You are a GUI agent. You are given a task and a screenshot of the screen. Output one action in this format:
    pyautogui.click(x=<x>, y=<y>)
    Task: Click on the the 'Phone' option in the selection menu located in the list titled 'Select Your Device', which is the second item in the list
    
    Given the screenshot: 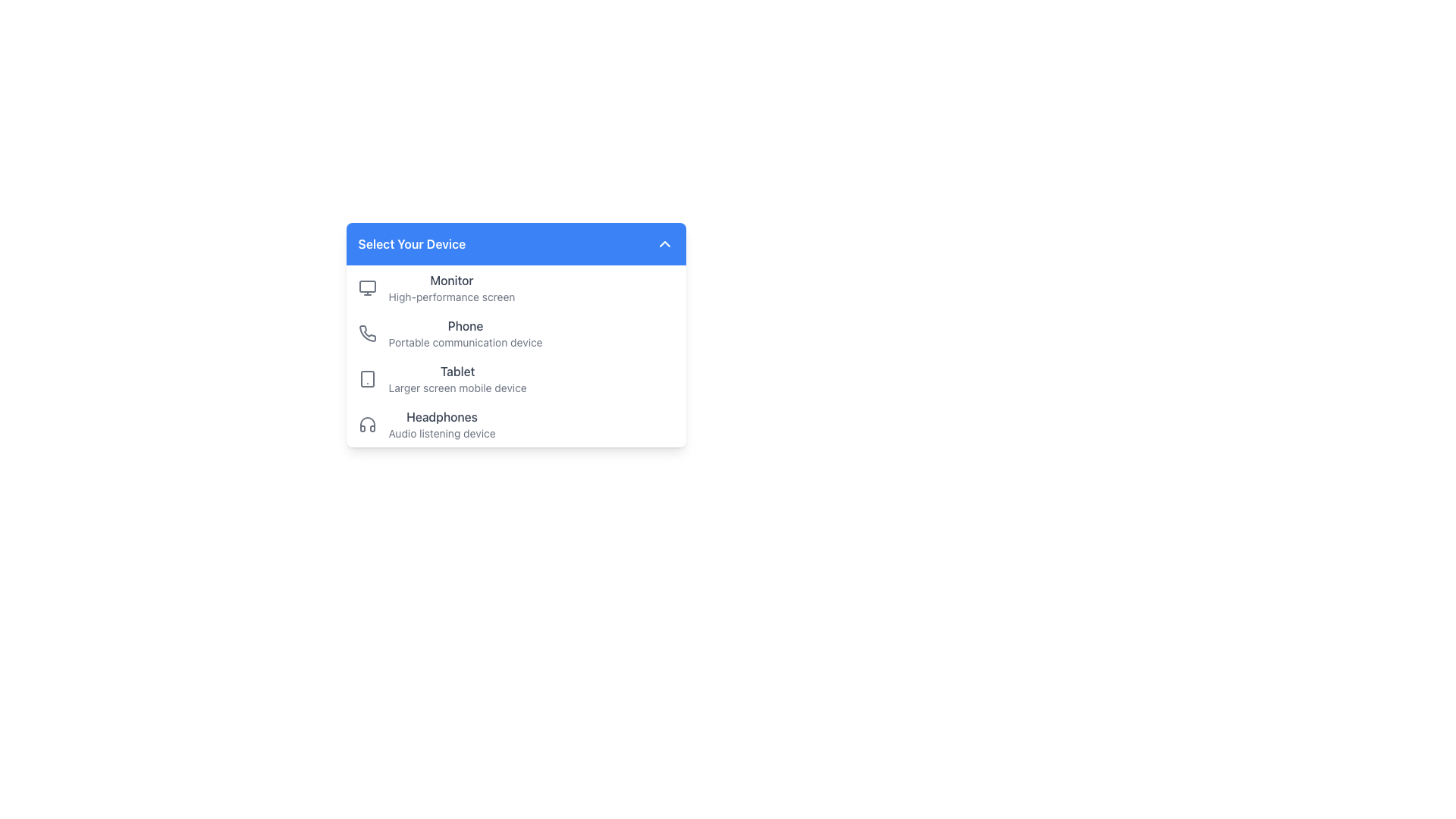 What is the action you would take?
    pyautogui.click(x=516, y=332)
    